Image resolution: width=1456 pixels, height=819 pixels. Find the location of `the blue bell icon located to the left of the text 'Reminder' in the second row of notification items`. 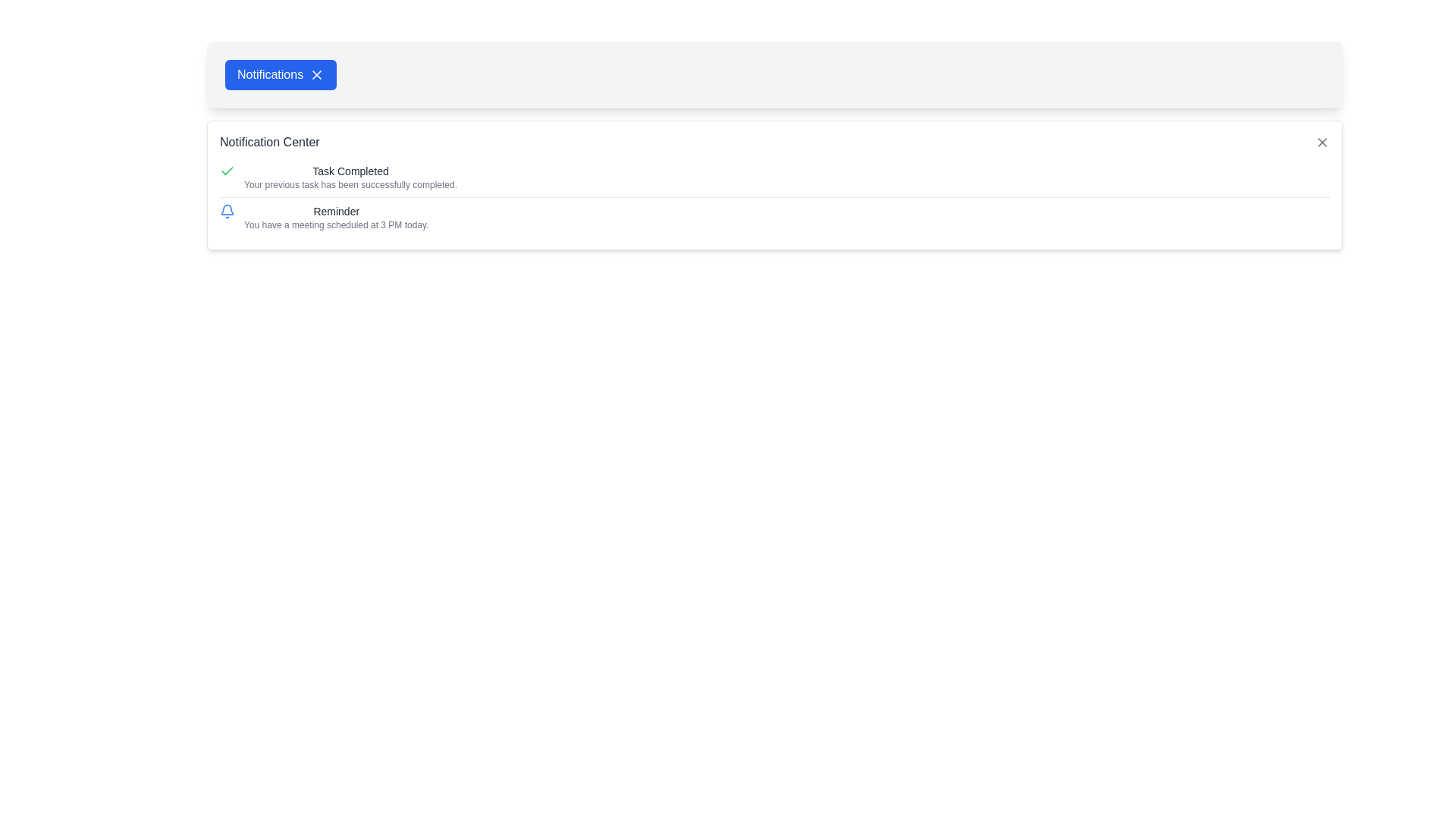

the blue bell icon located to the left of the text 'Reminder' in the second row of notification items is located at coordinates (226, 211).